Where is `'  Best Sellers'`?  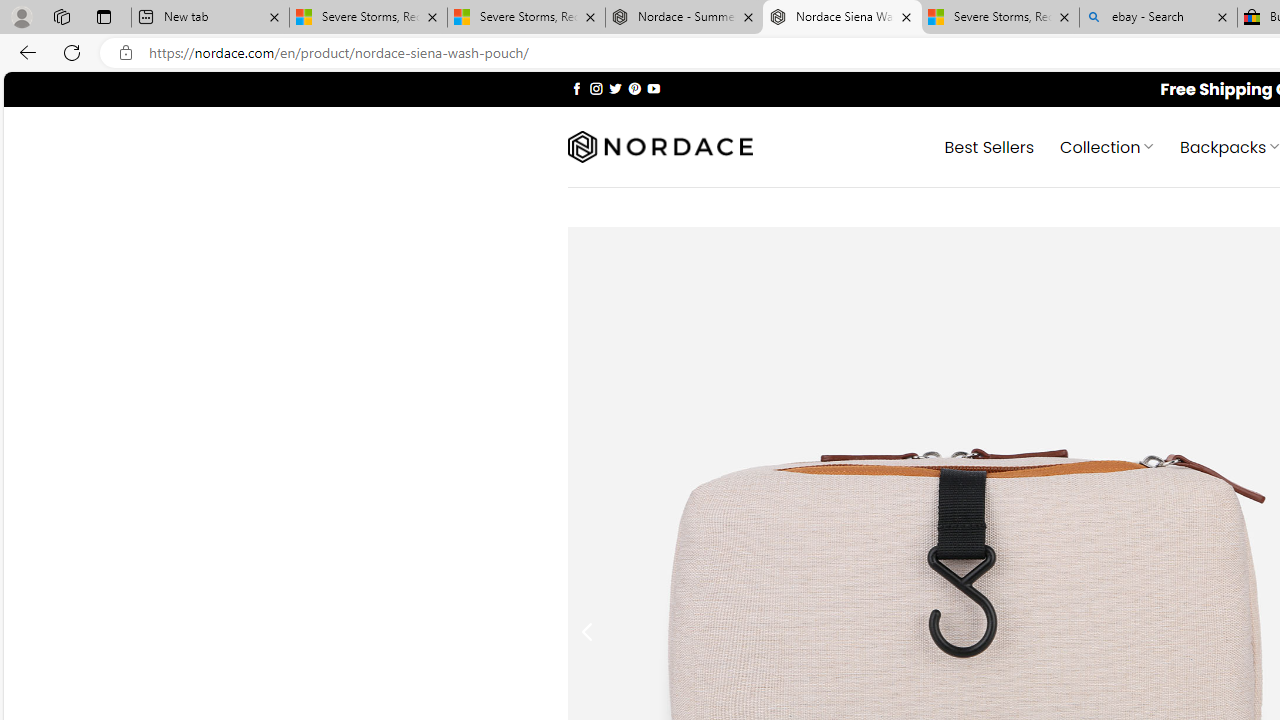 '  Best Sellers' is located at coordinates (990, 145).